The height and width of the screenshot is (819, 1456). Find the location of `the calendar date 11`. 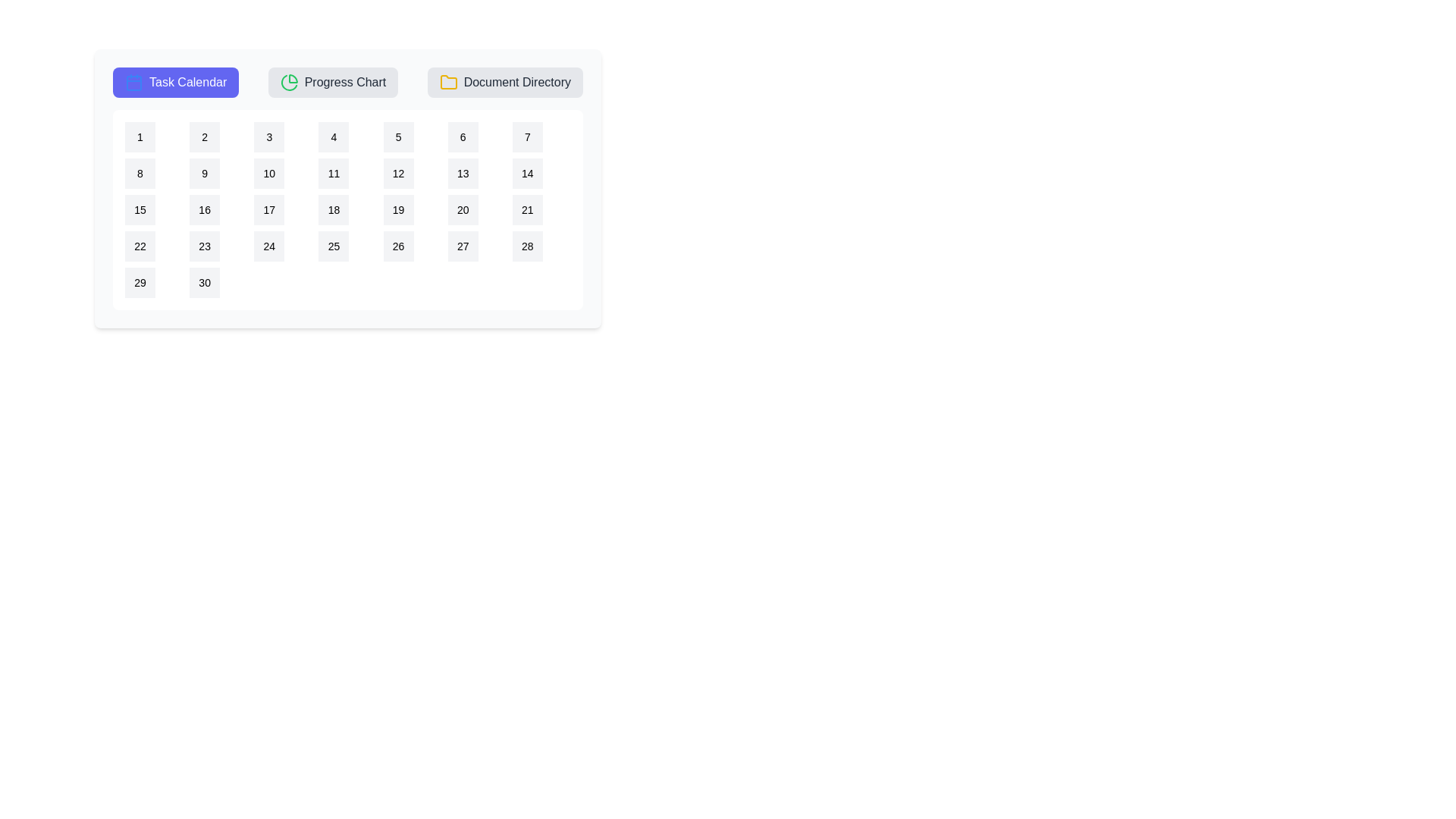

the calendar date 11 is located at coordinates (333, 172).